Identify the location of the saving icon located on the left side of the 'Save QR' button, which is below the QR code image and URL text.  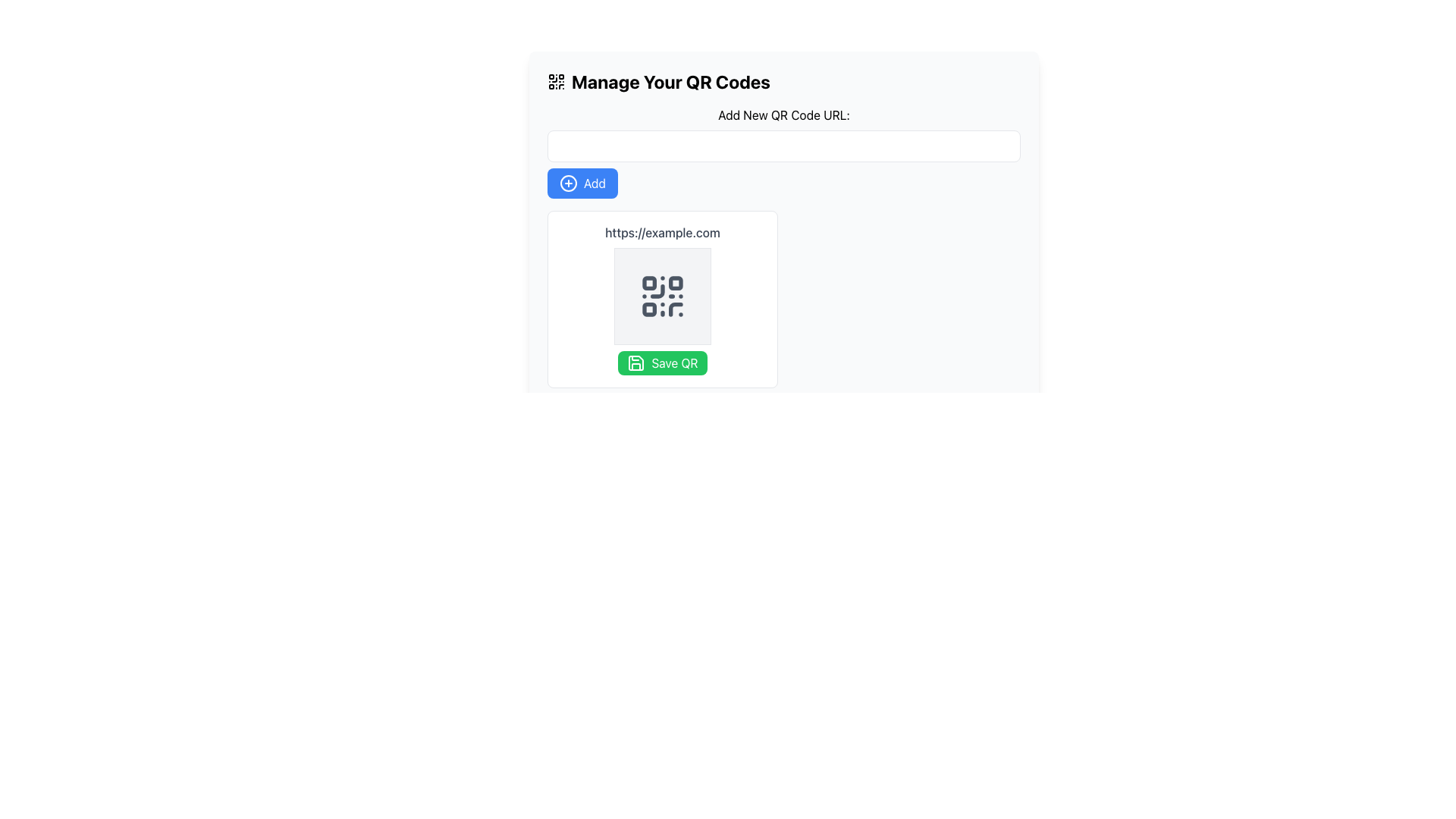
(636, 362).